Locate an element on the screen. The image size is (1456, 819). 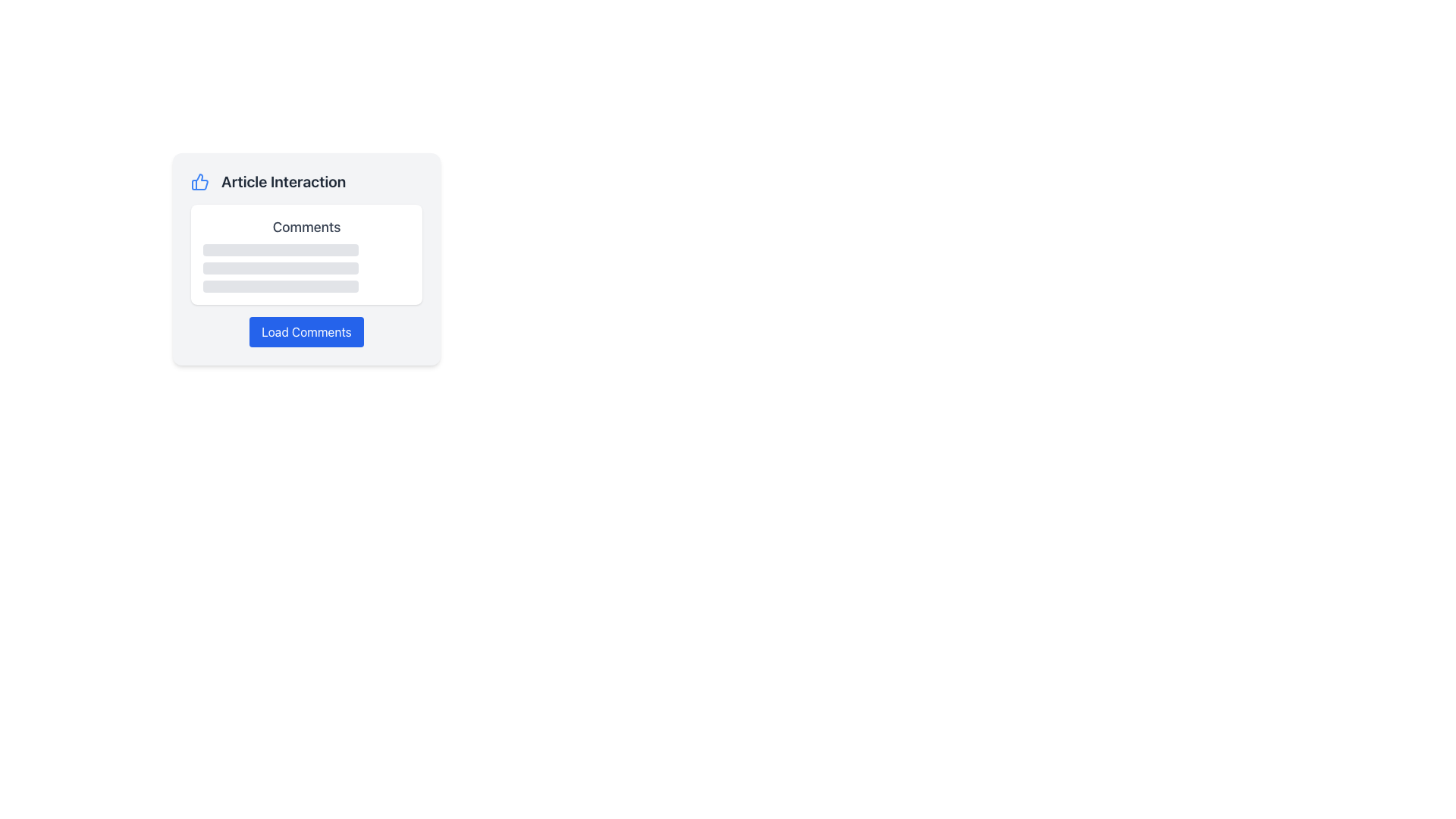
the second thin horizontal progress indicator bar with rounded edges, which is styled in light gray and located below the 'Comments' label in the dialog box is located at coordinates (281, 268).